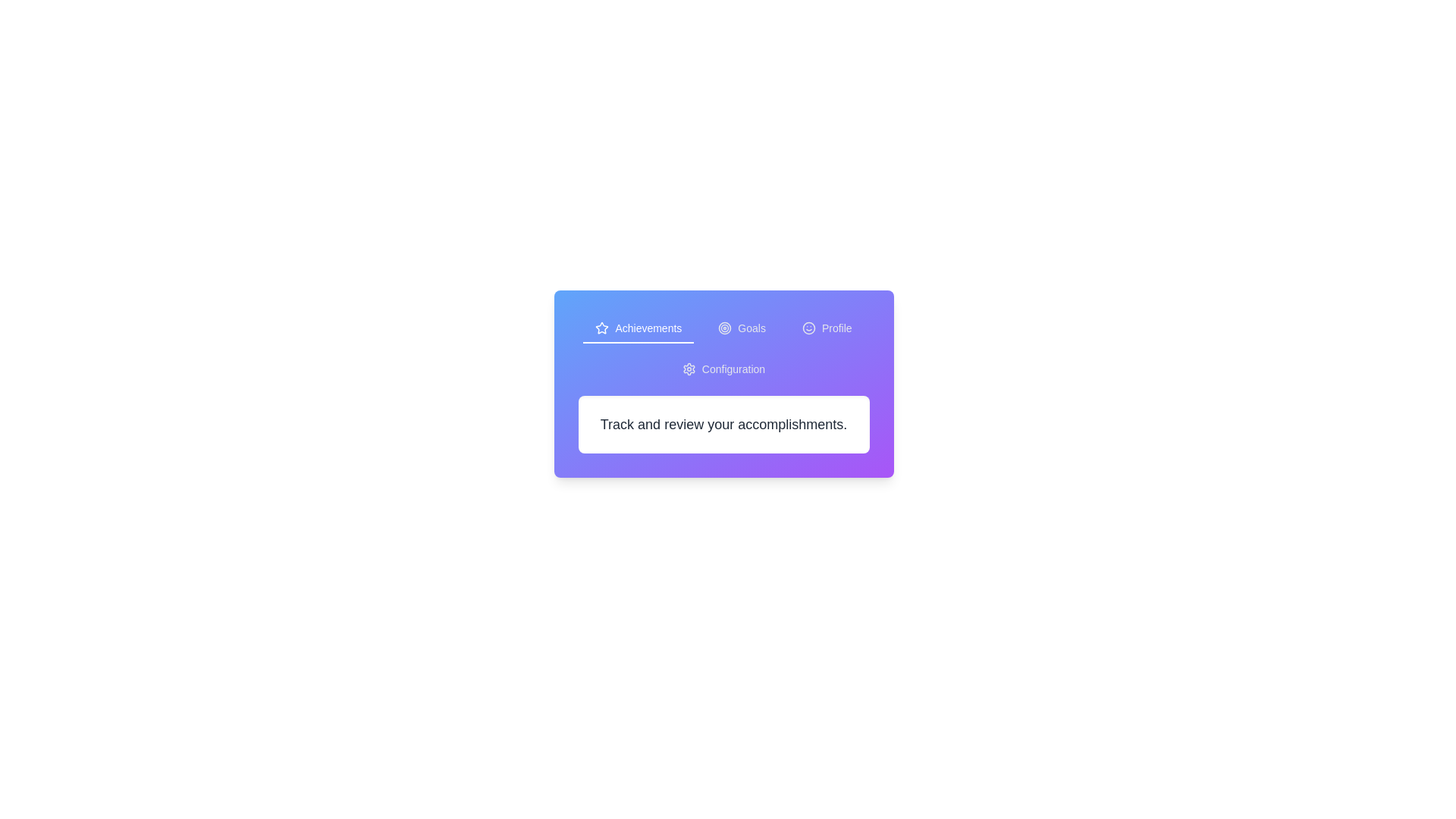 This screenshot has width=1456, height=819. What do you see at coordinates (723, 370) in the screenshot?
I see `the Configuration tab` at bounding box center [723, 370].